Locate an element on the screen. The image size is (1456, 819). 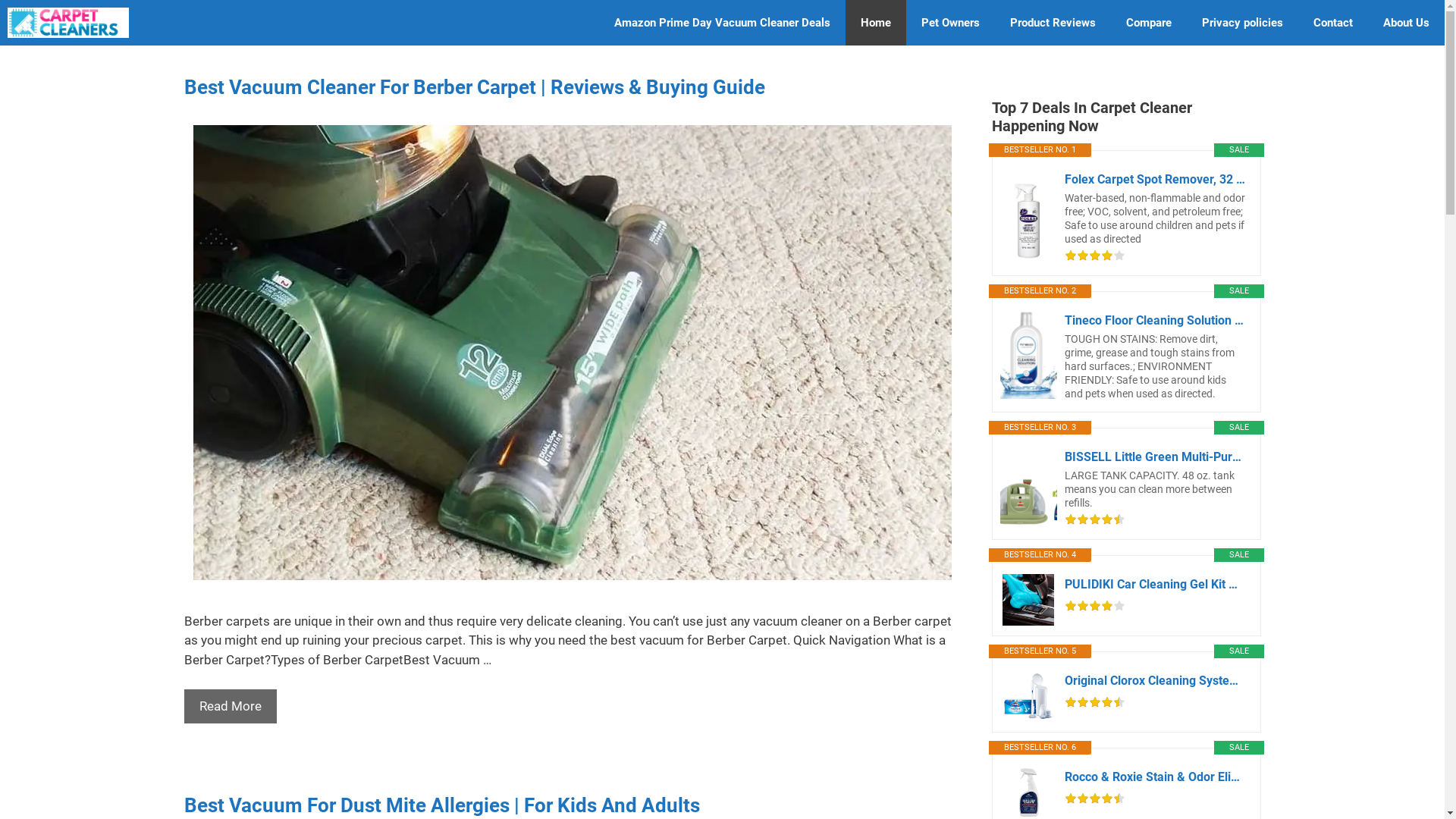
'Amazon Prime Day Vacuum Cleaner Deals' is located at coordinates (721, 23).